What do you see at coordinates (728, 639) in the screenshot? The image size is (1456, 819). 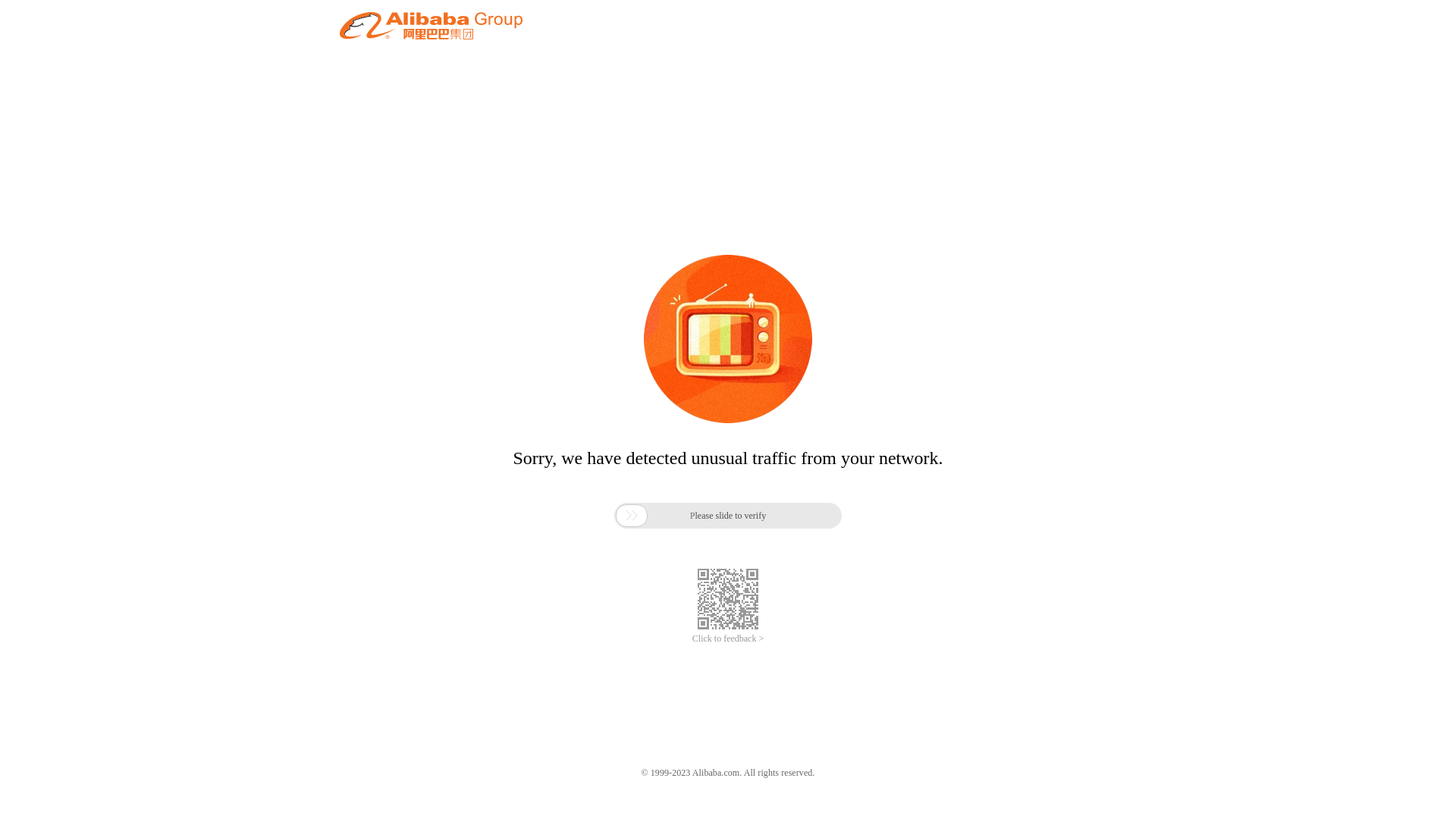 I see `'Click to feedback >'` at bounding box center [728, 639].